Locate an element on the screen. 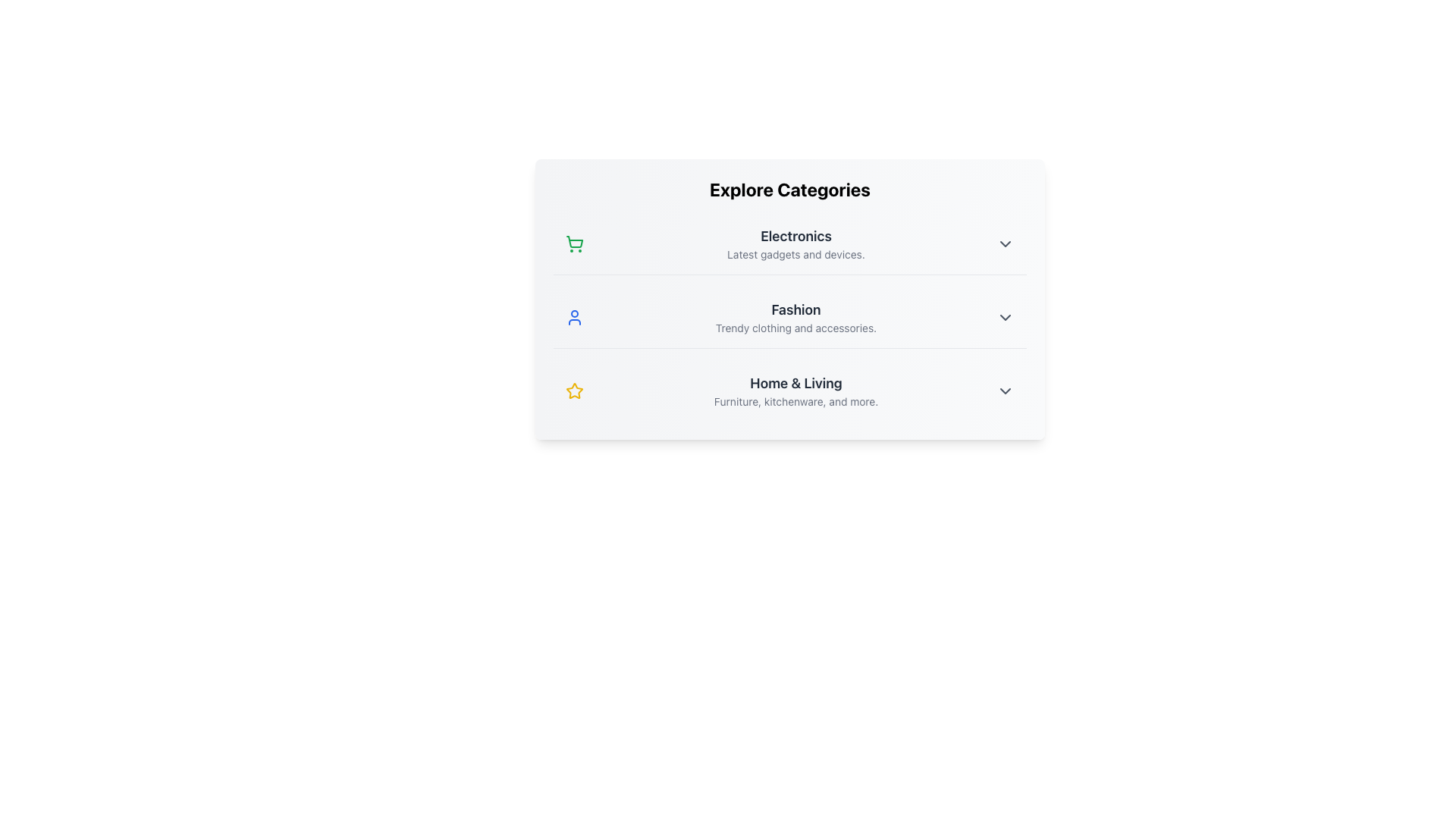  the 'Fashion' text label located in the 'Explore Categories' section, which is styled in bold and slightly larger font size, displayed in dark gray is located at coordinates (795, 309).